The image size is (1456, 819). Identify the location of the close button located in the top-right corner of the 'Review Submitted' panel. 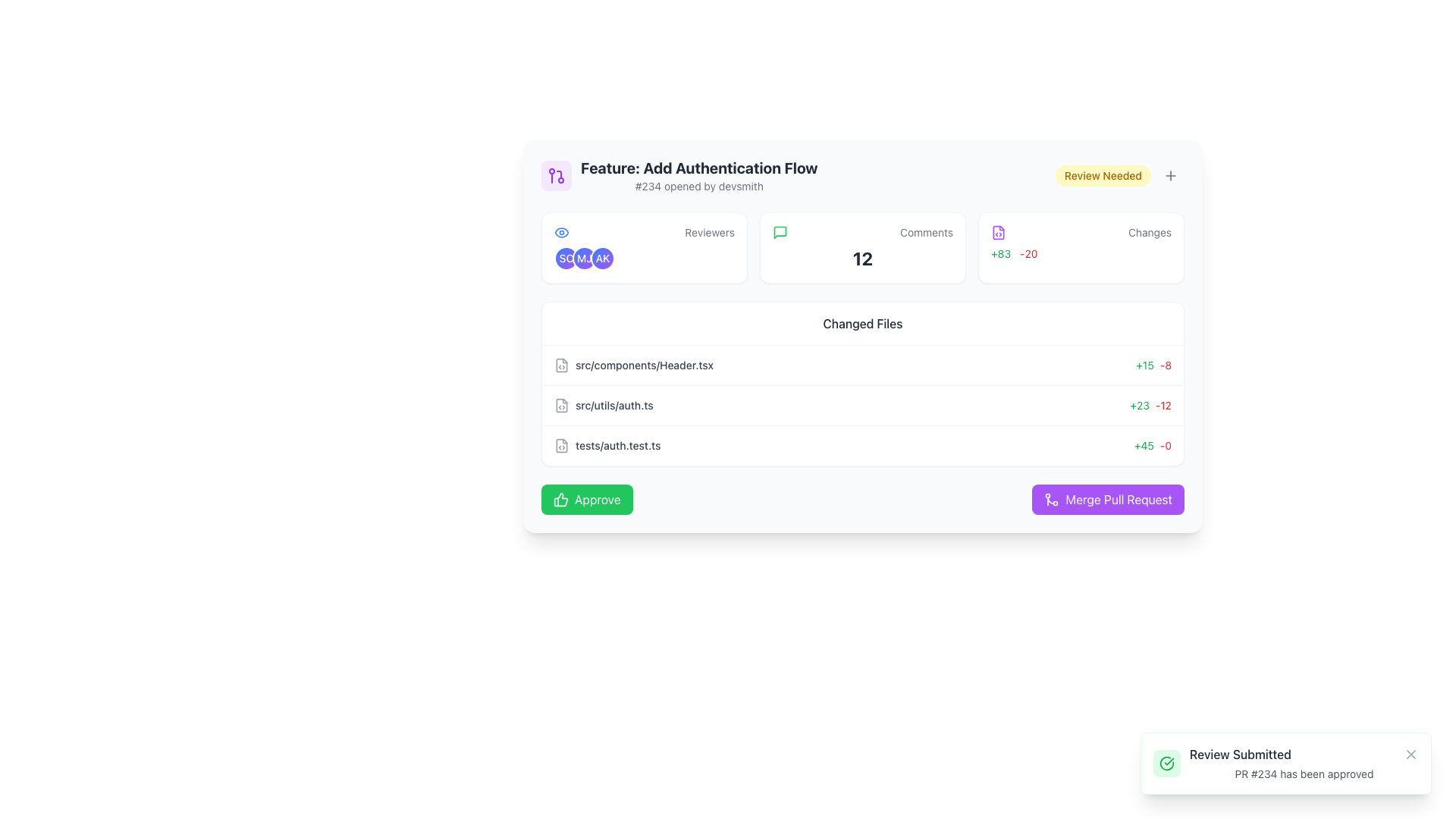
(1410, 755).